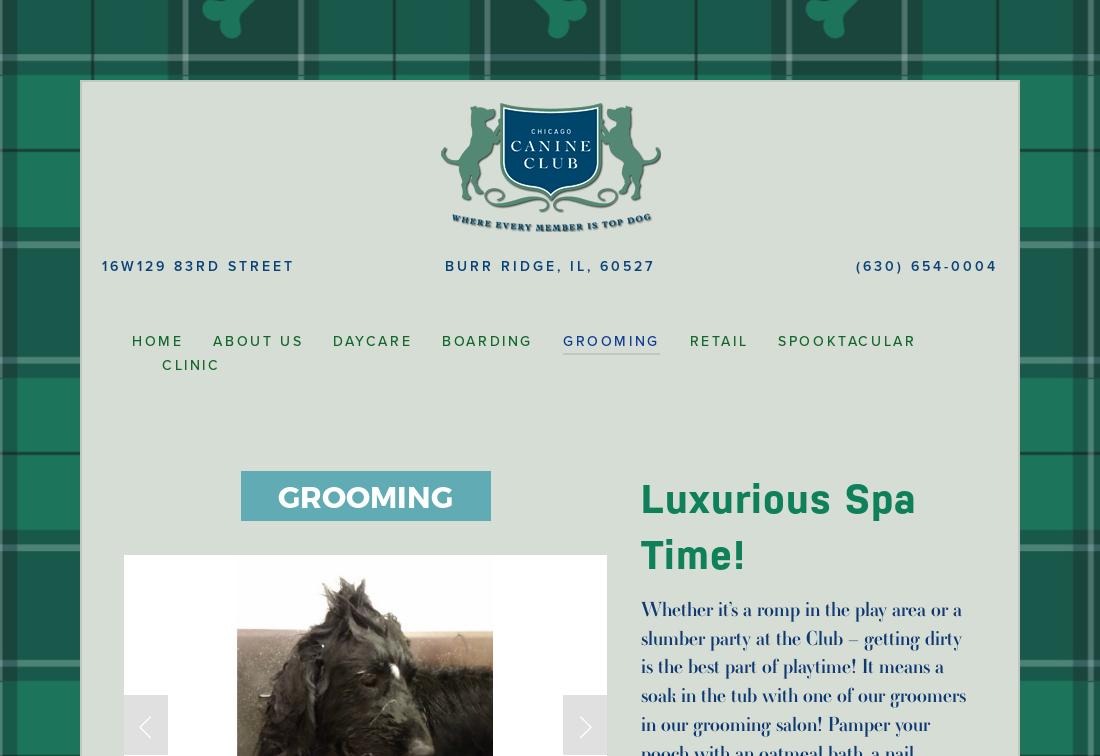 Image resolution: width=1100 pixels, height=756 pixels. I want to click on 'About Us', so click(257, 341).